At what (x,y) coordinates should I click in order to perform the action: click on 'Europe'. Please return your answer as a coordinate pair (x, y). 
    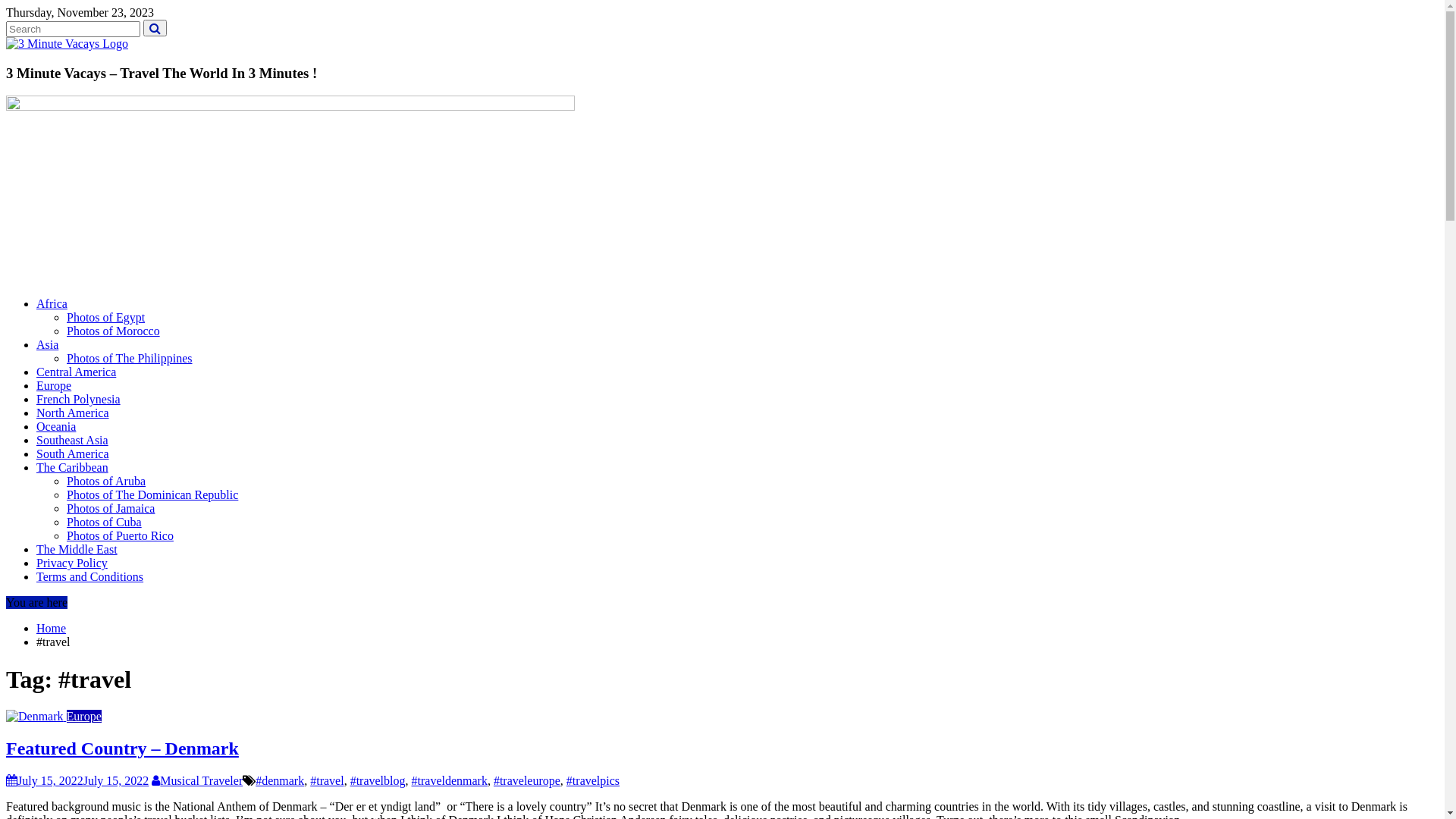
    Looking at the image, I should click on (65, 716).